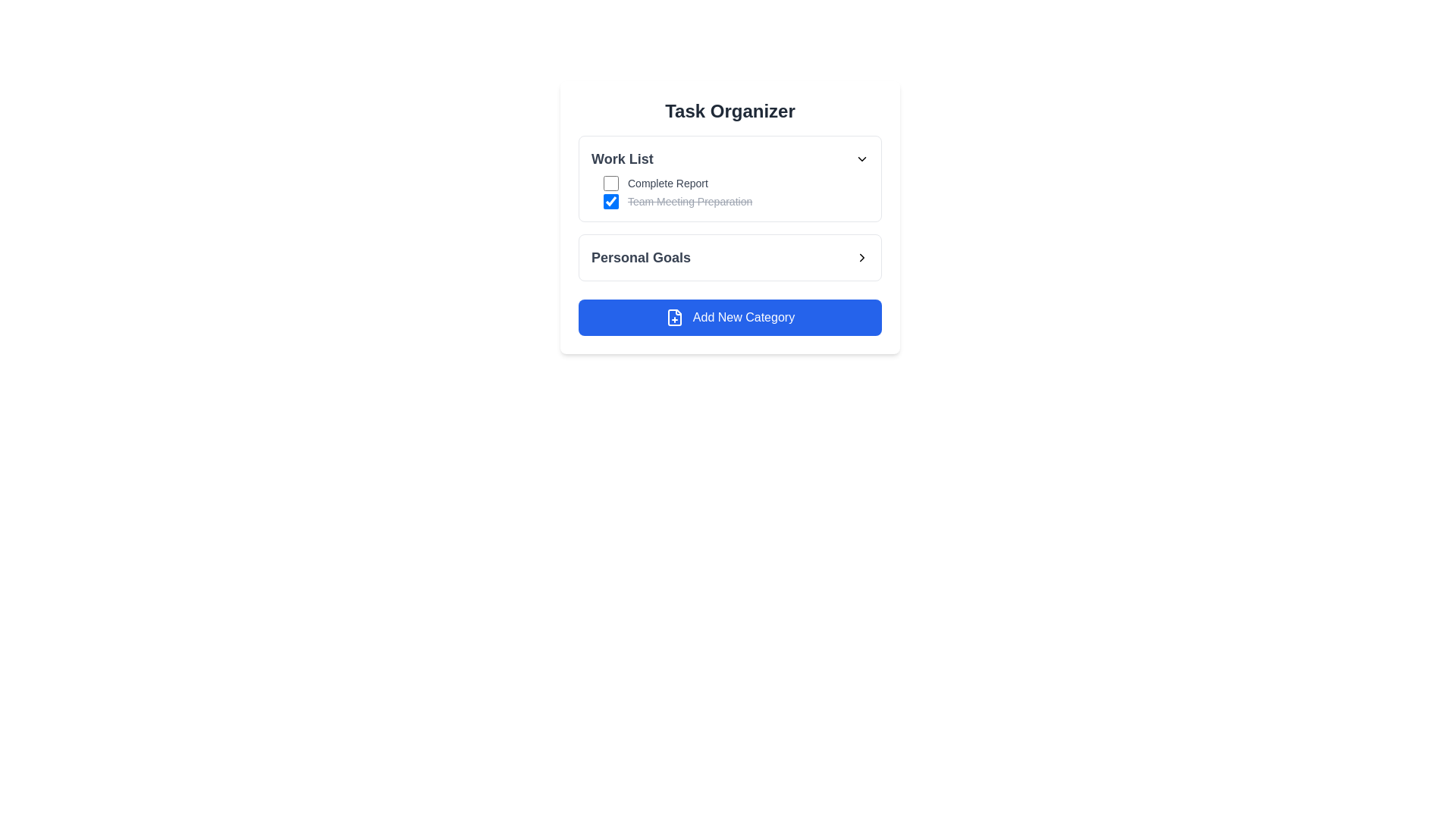 This screenshot has width=1456, height=819. I want to click on the small right-pointing chevron icon located at the right end of the 'Personal Goals' section, so click(862, 256).